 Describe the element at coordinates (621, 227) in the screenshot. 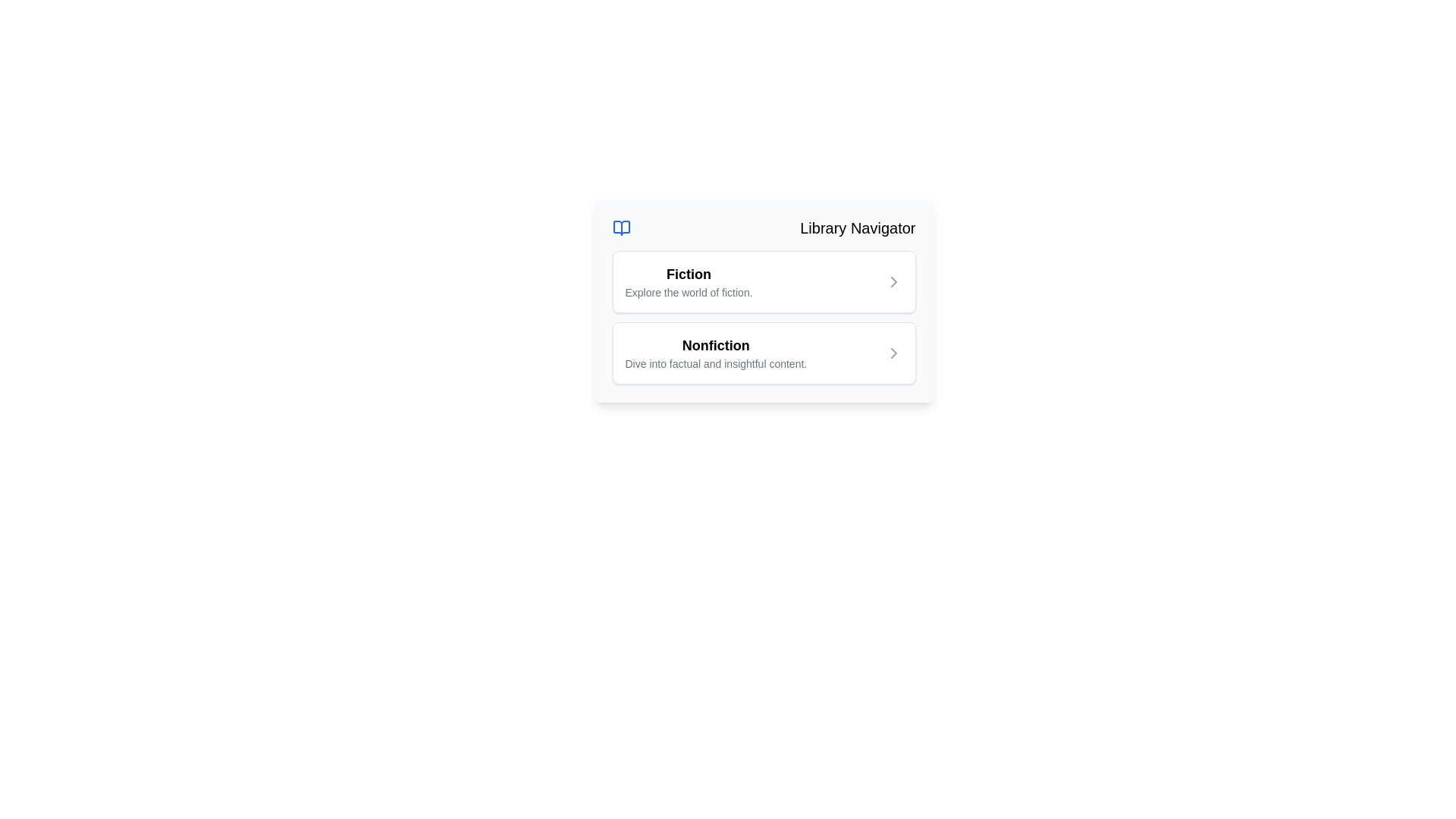

I see `the icon in the header bar of the 'Library Navigator' section, which symbolizes books or related content` at that location.